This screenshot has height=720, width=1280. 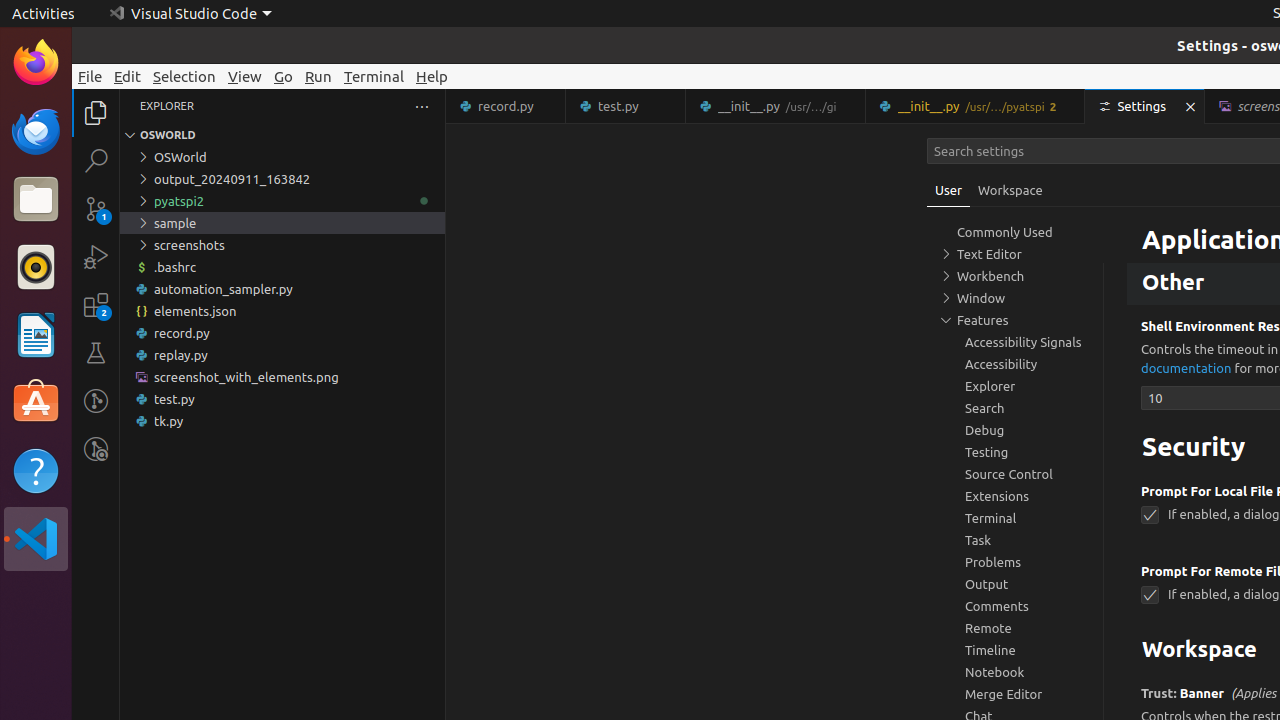 What do you see at coordinates (1015, 341) in the screenshot?
I see `'Accessibility Signals, group'` at bounding box center [1015, 341].